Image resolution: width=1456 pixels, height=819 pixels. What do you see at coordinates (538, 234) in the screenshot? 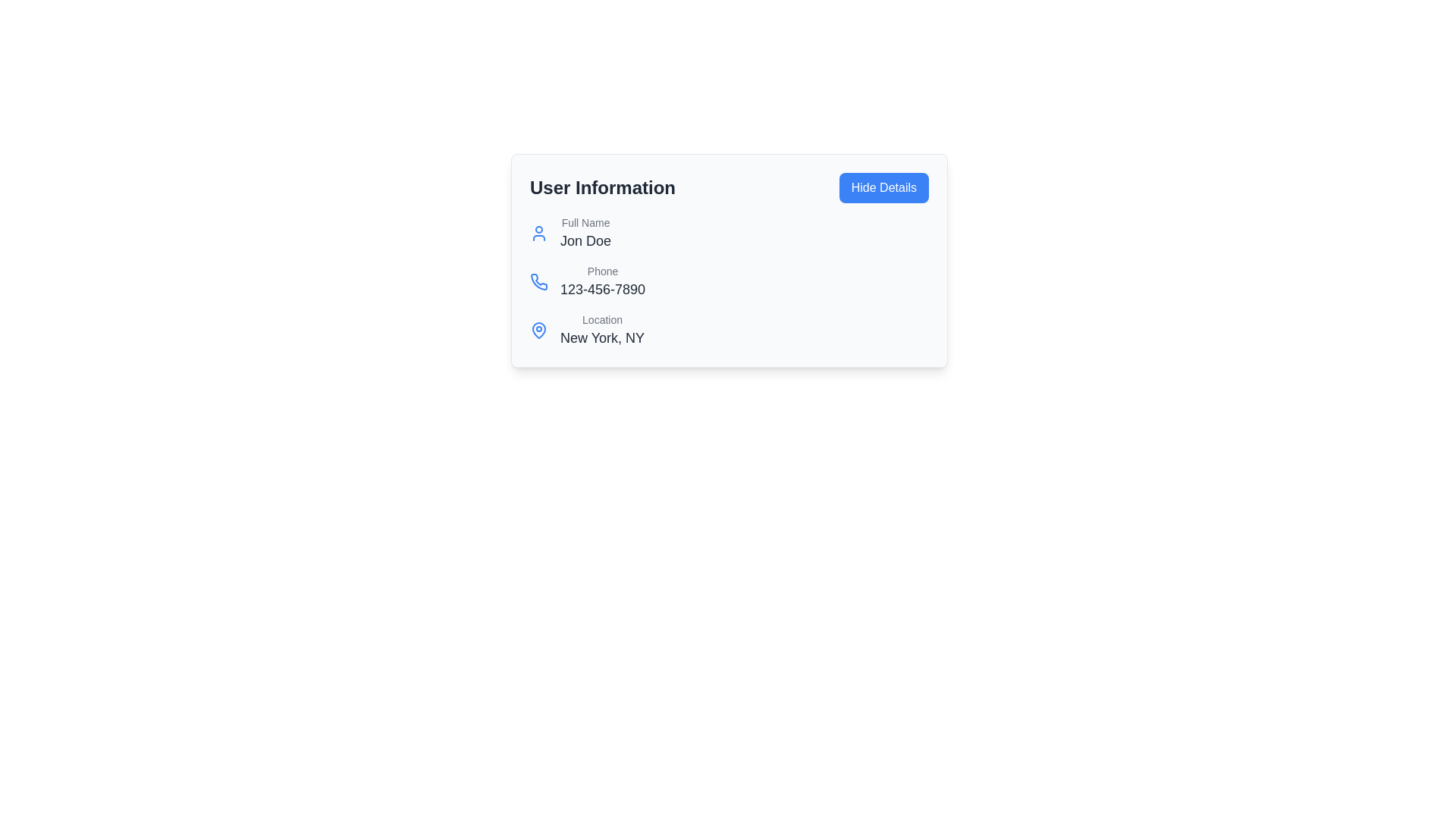
I see `the user profile icon styled in blue with outlined details, located in the 'User Information' panel, adjacent to 'Full Name' and above the phone and location details` at bounding box center [538, 234].